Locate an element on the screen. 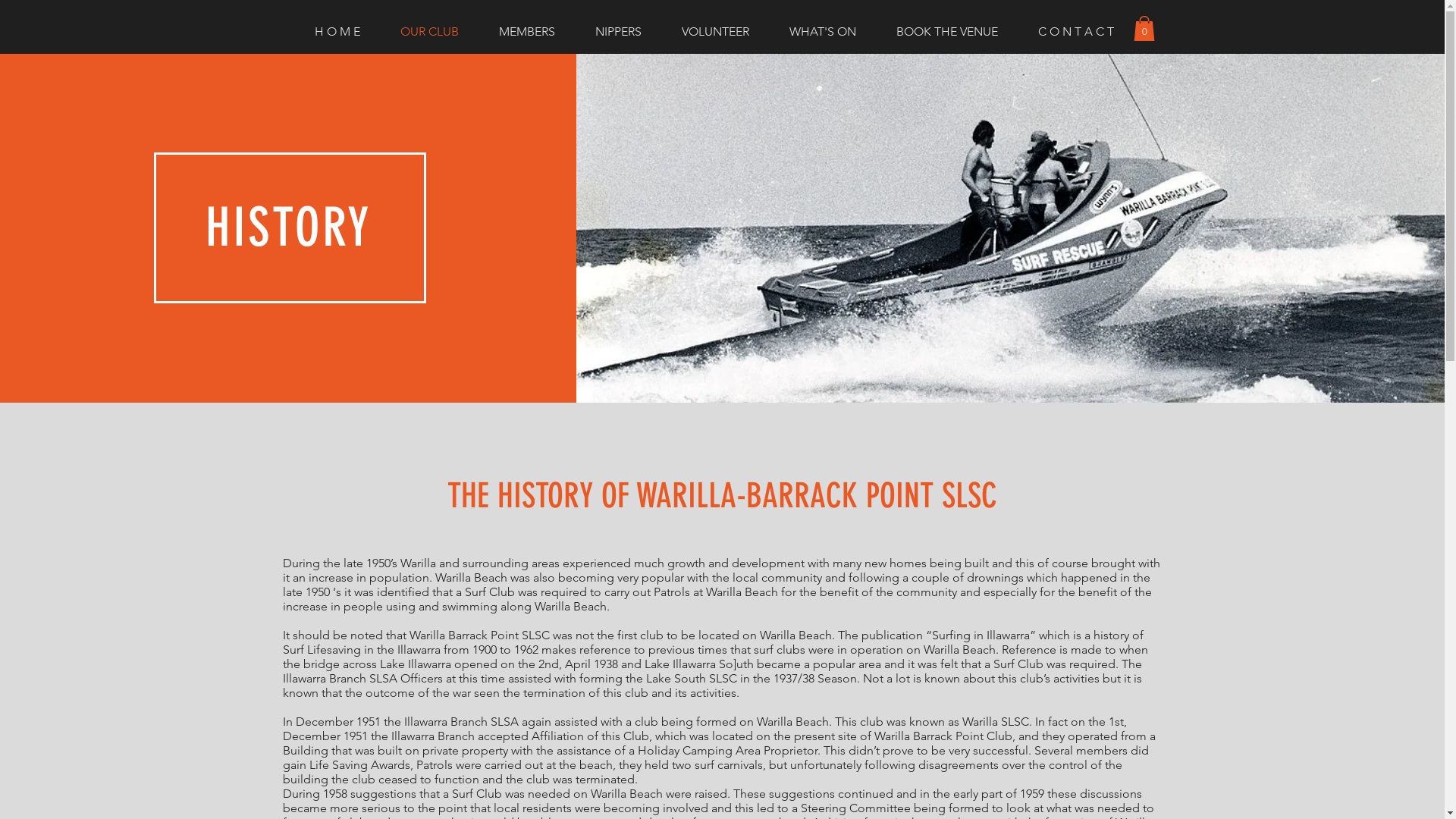 The width and height of the screenshot is (1456, 819). 'BOOK THE VENUE' is located at coordinates (954, 32).